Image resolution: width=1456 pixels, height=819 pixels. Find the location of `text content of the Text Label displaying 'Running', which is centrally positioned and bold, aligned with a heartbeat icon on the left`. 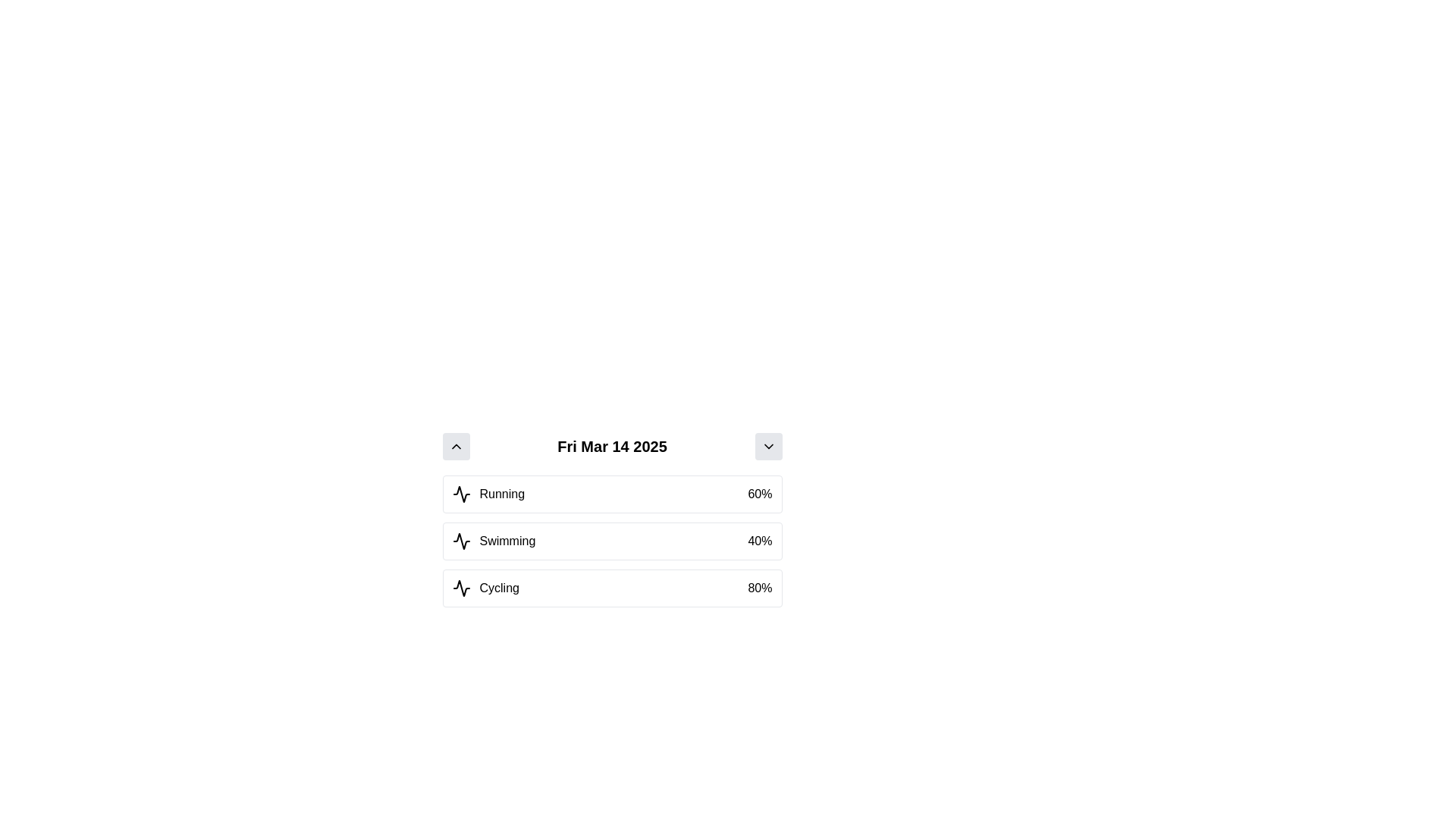

text content of the Text Label displaying 'Running', which is centrally positioned and bold, aligned with a heartbeat icon on the left is located at coordinates (488, 494).